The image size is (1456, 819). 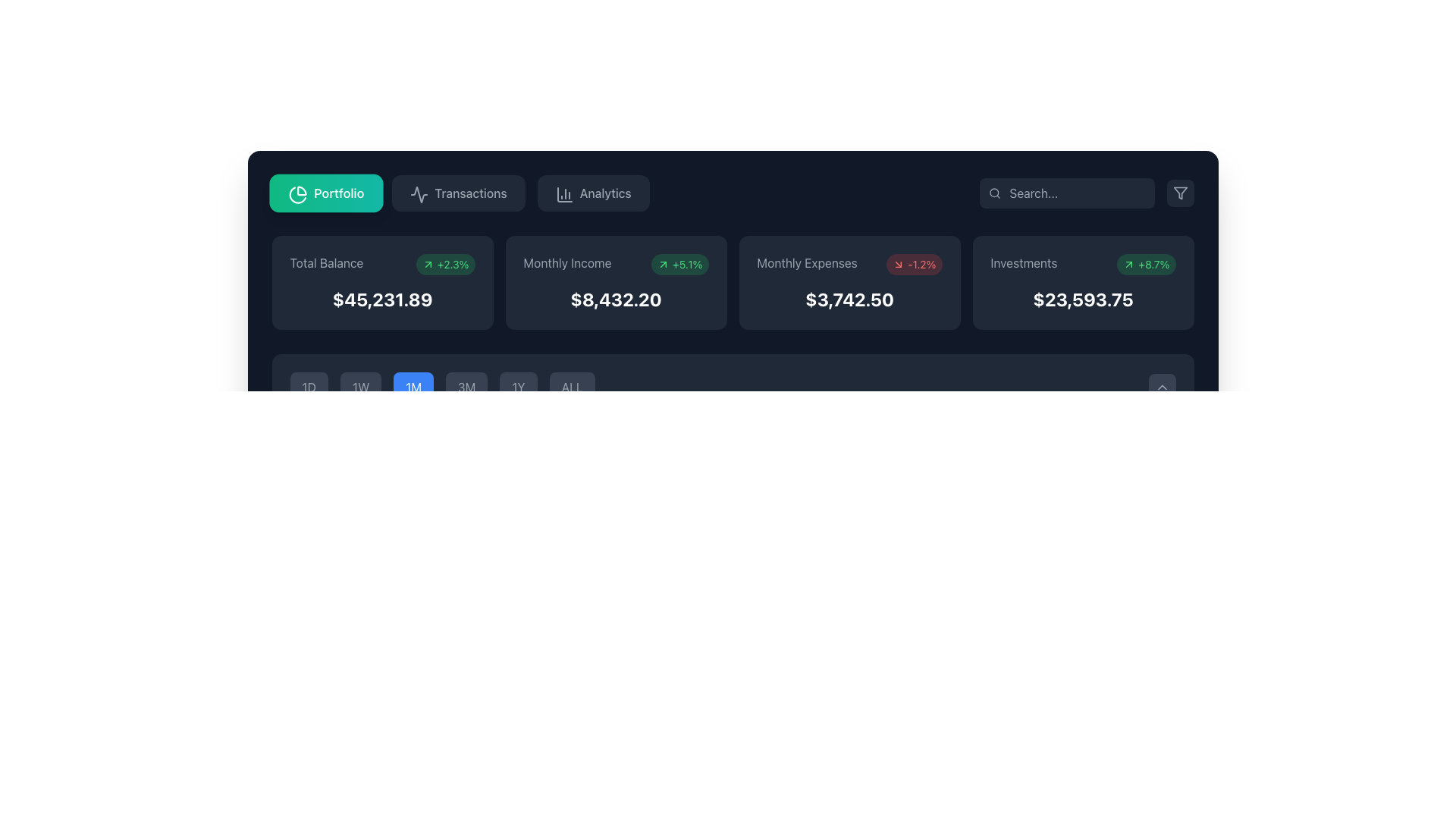 What do you see at coordinates (592, 192) in the screenshot?
I see `the 'Analytics' button, which has a dark gray background and features the text 'Analytics' aligned to the right of a chart icon` at bounding box center [592, 192].